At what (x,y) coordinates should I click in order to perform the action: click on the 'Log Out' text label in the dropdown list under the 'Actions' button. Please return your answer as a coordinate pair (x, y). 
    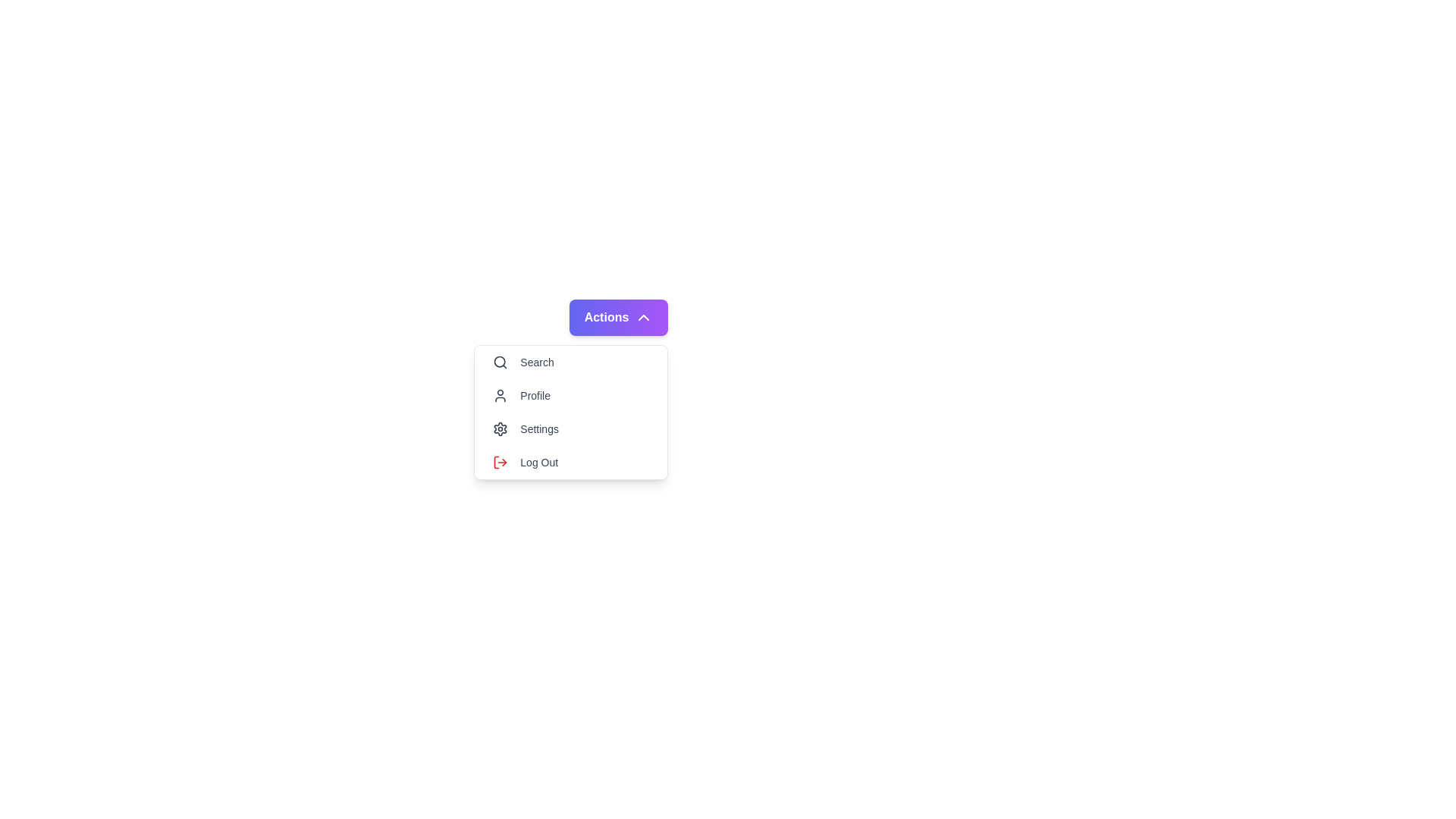
    Looking at the image, I should click on (539, 461).